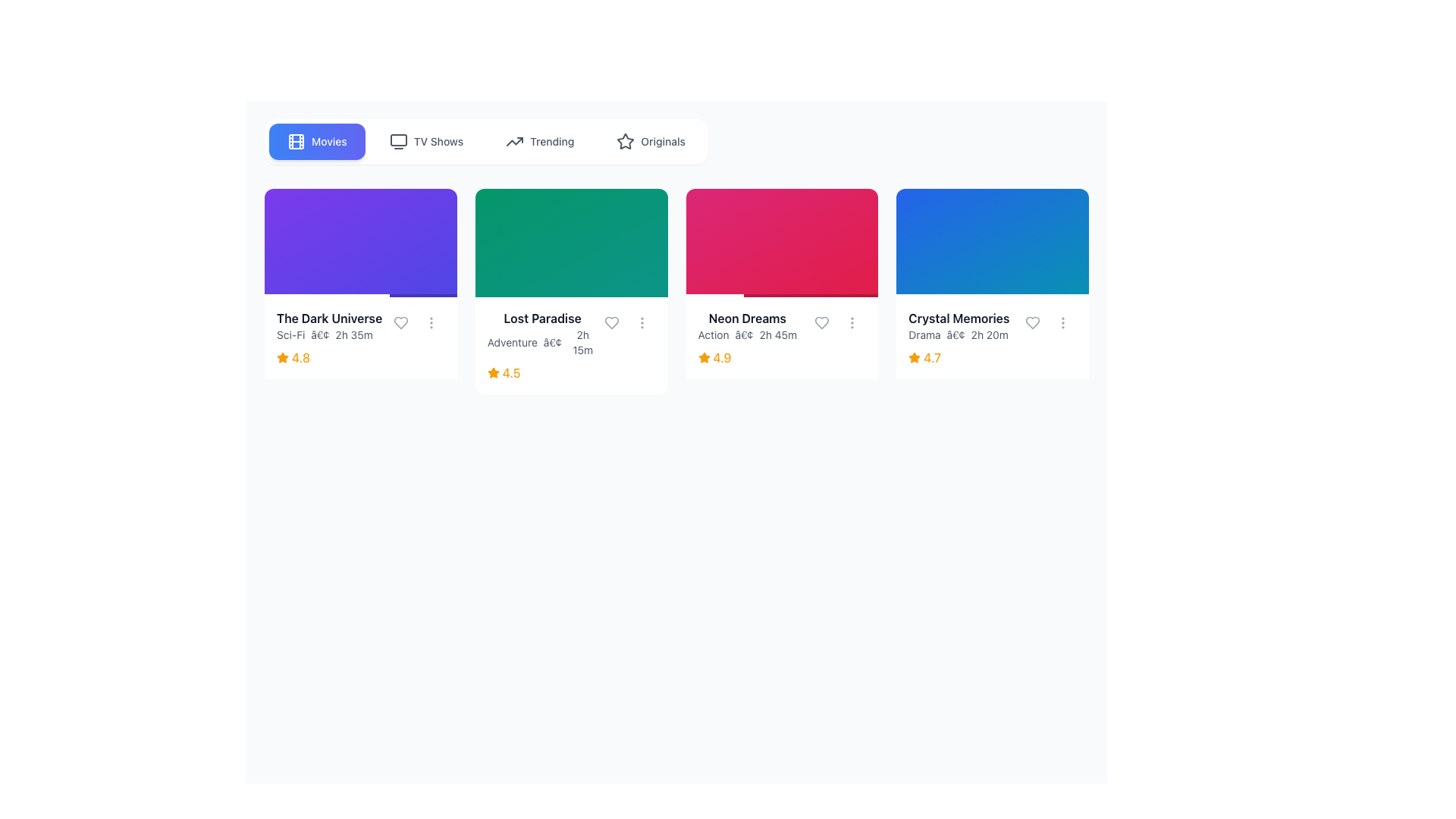  I want to click on the SVG graphical component representing the 'TV Shows' section in the top horizontal navigation bar, so click(398, 140).